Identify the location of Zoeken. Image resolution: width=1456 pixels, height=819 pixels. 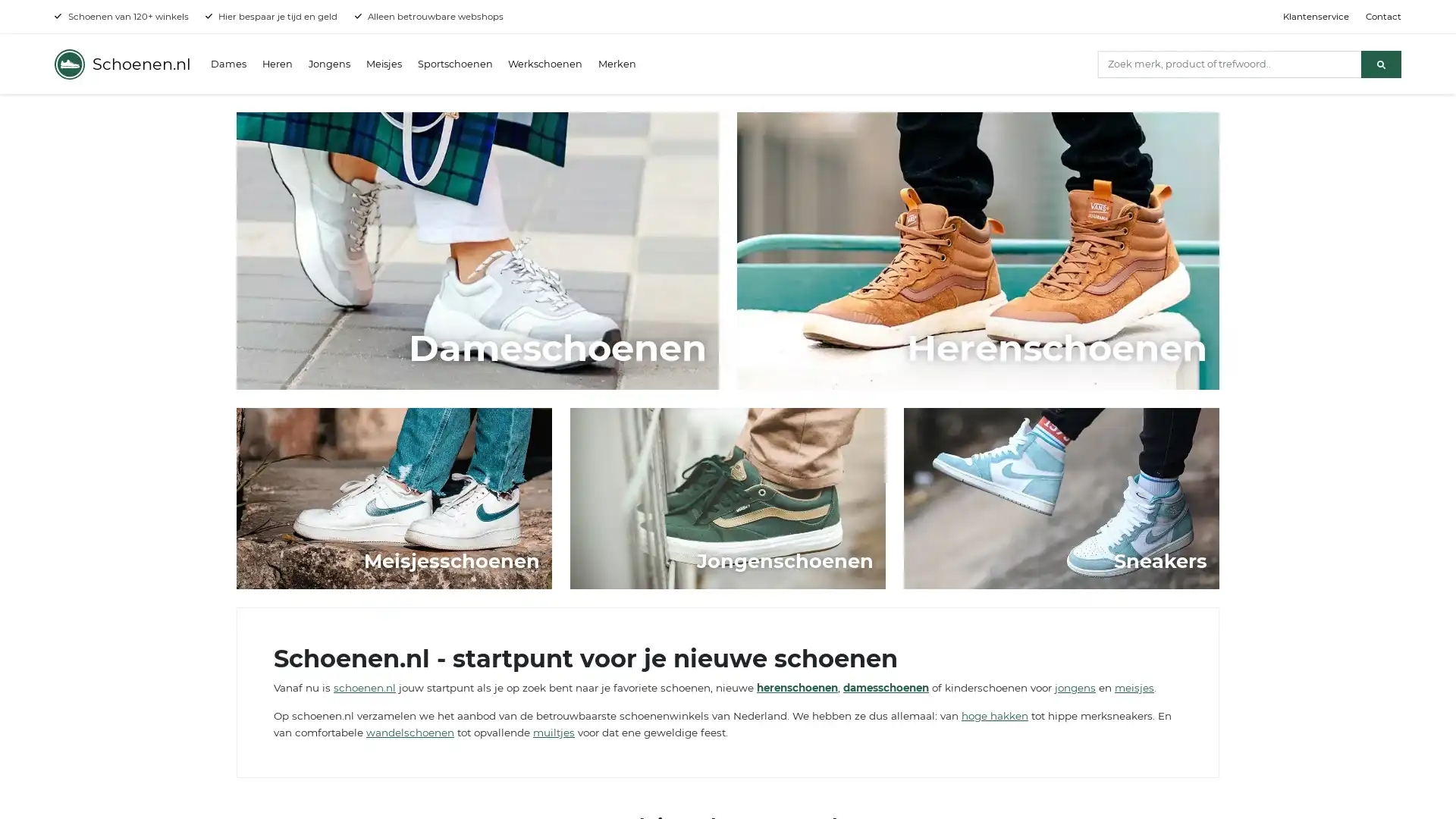
(1381, 63).